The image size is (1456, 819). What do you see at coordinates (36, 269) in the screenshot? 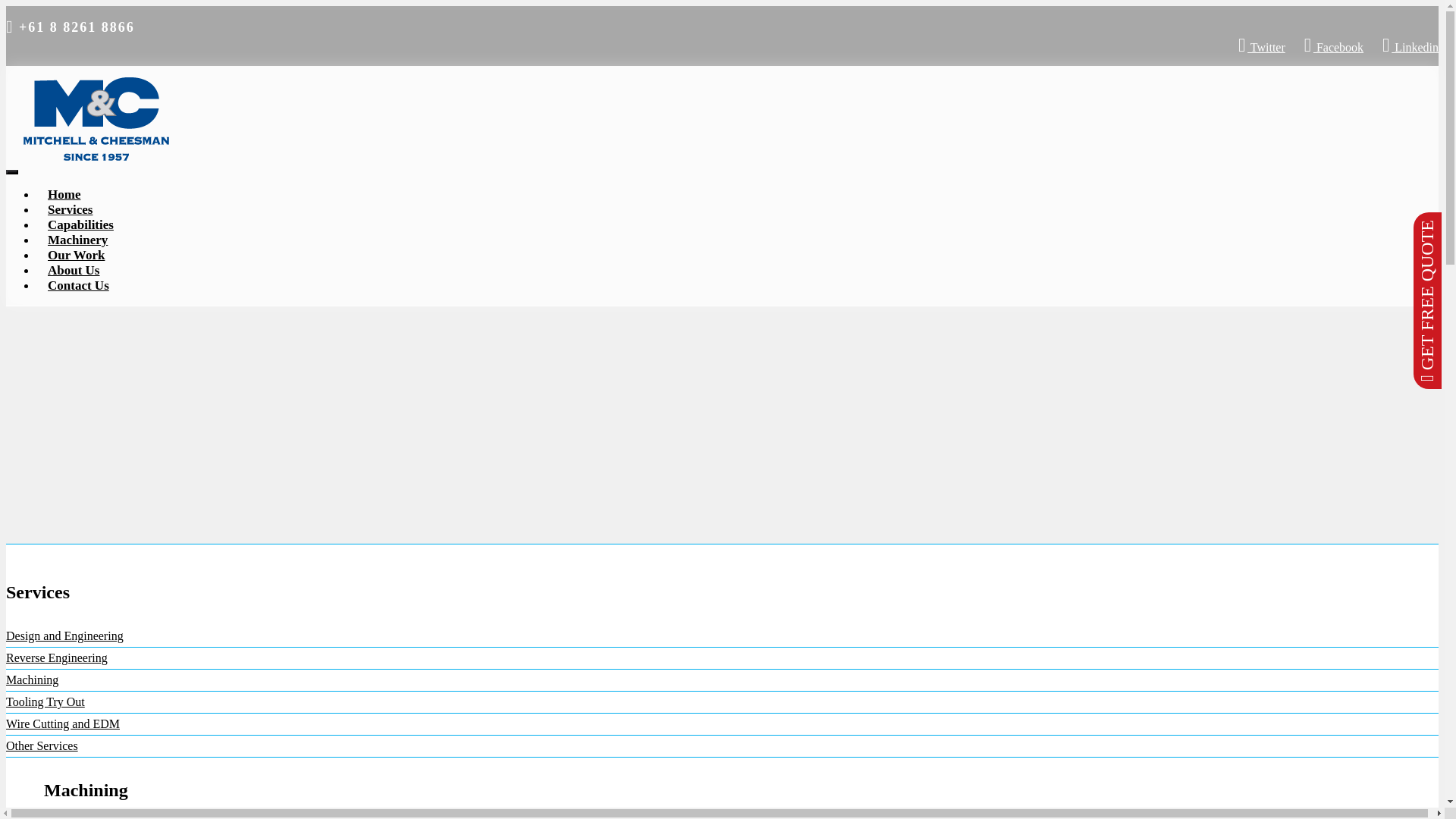
I see `'About Us'` at bounding box center [36, 269].